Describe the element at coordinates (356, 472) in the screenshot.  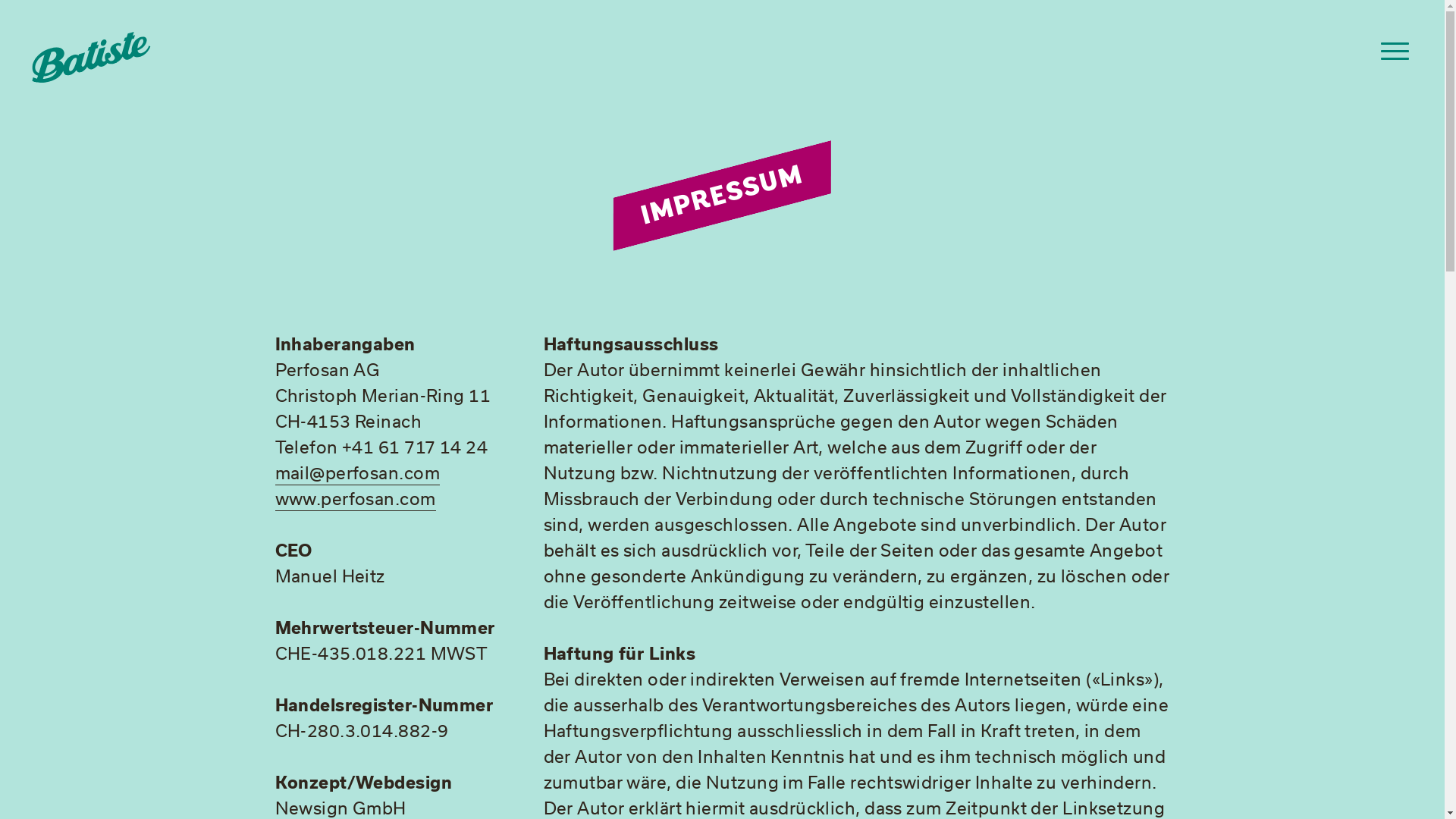
I see `'mail@perfosan.com'` at that location.